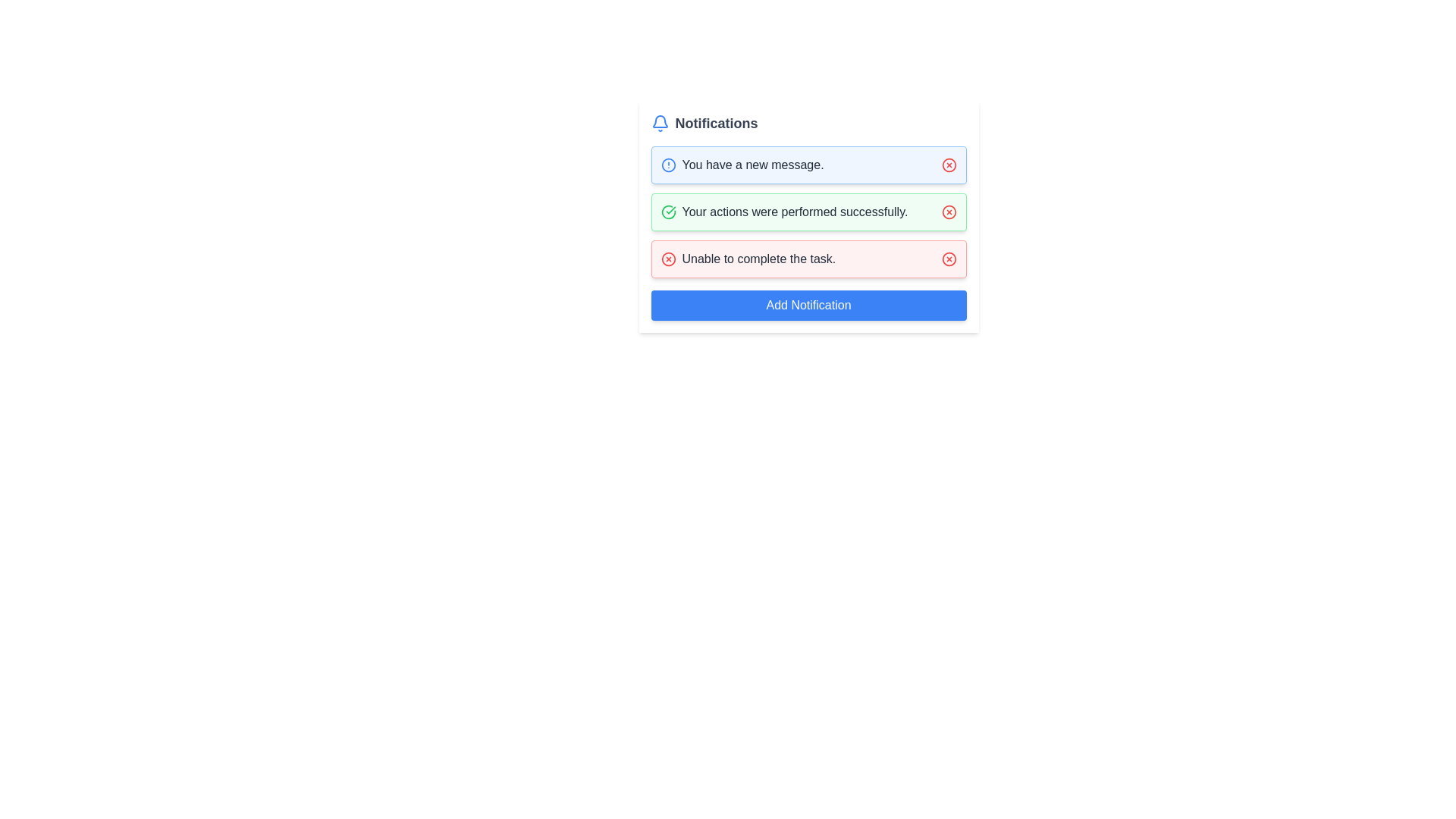 This screenshot has height=819, width=1456. What do you see at coordinates (784, 212) in the screenshot?
I see `the informational message with icon that indicates a successful action, located in the notification card with a green background` at bounding box center [784, 212].